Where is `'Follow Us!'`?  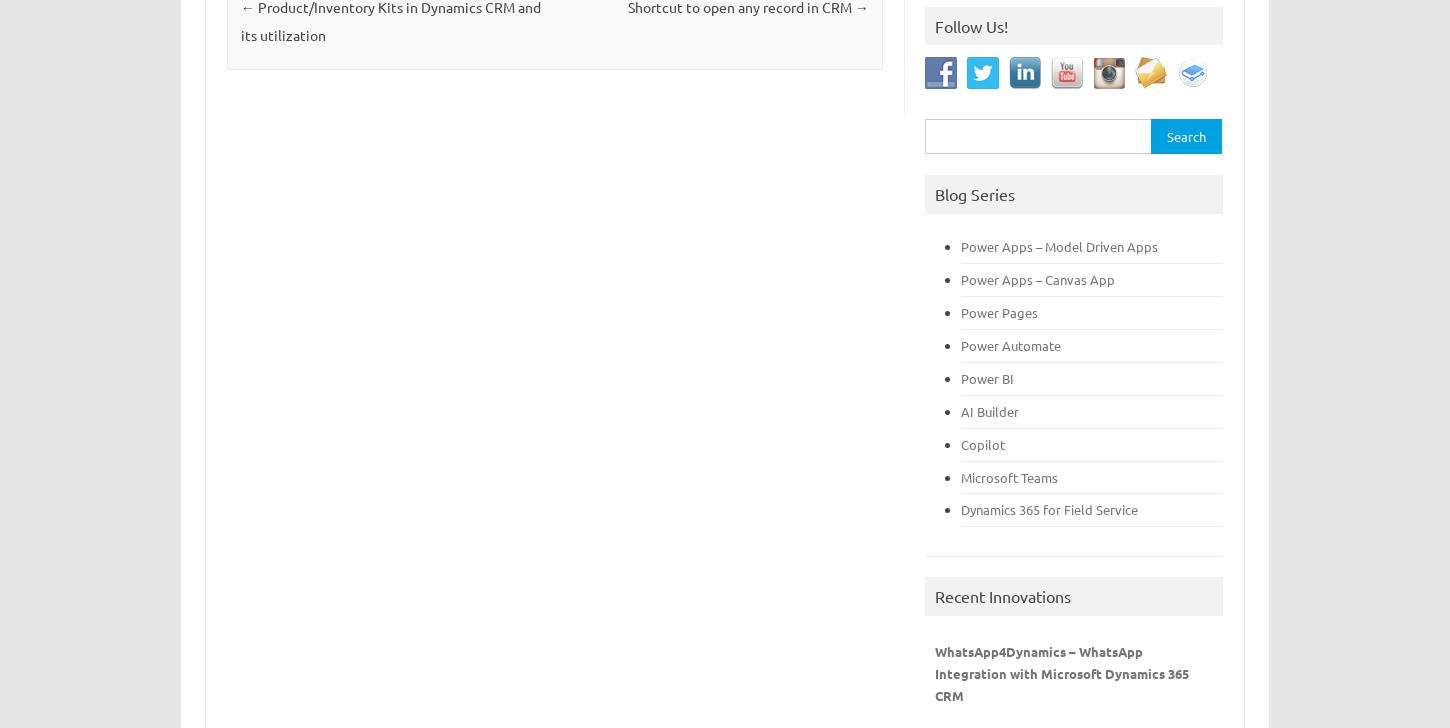 'Follow Us!' is located at coordinates (971, 25).